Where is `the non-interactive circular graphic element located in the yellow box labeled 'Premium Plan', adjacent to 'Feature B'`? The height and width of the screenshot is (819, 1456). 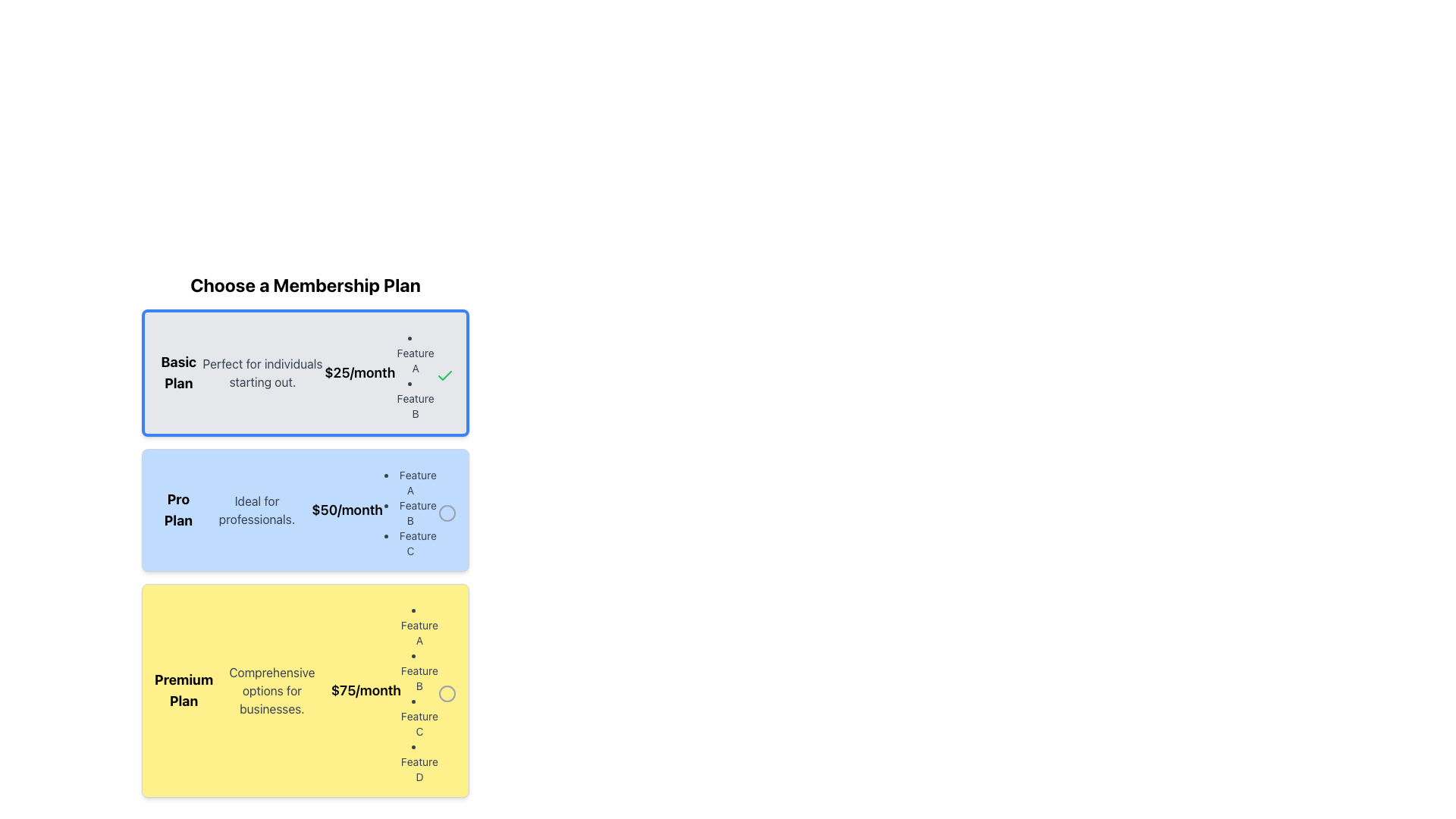 the non-interactive circular graphic element located in the yellow box labeled 'Premium Plan', adjacent to 'Feature B' is located at coordinates (447, 693).